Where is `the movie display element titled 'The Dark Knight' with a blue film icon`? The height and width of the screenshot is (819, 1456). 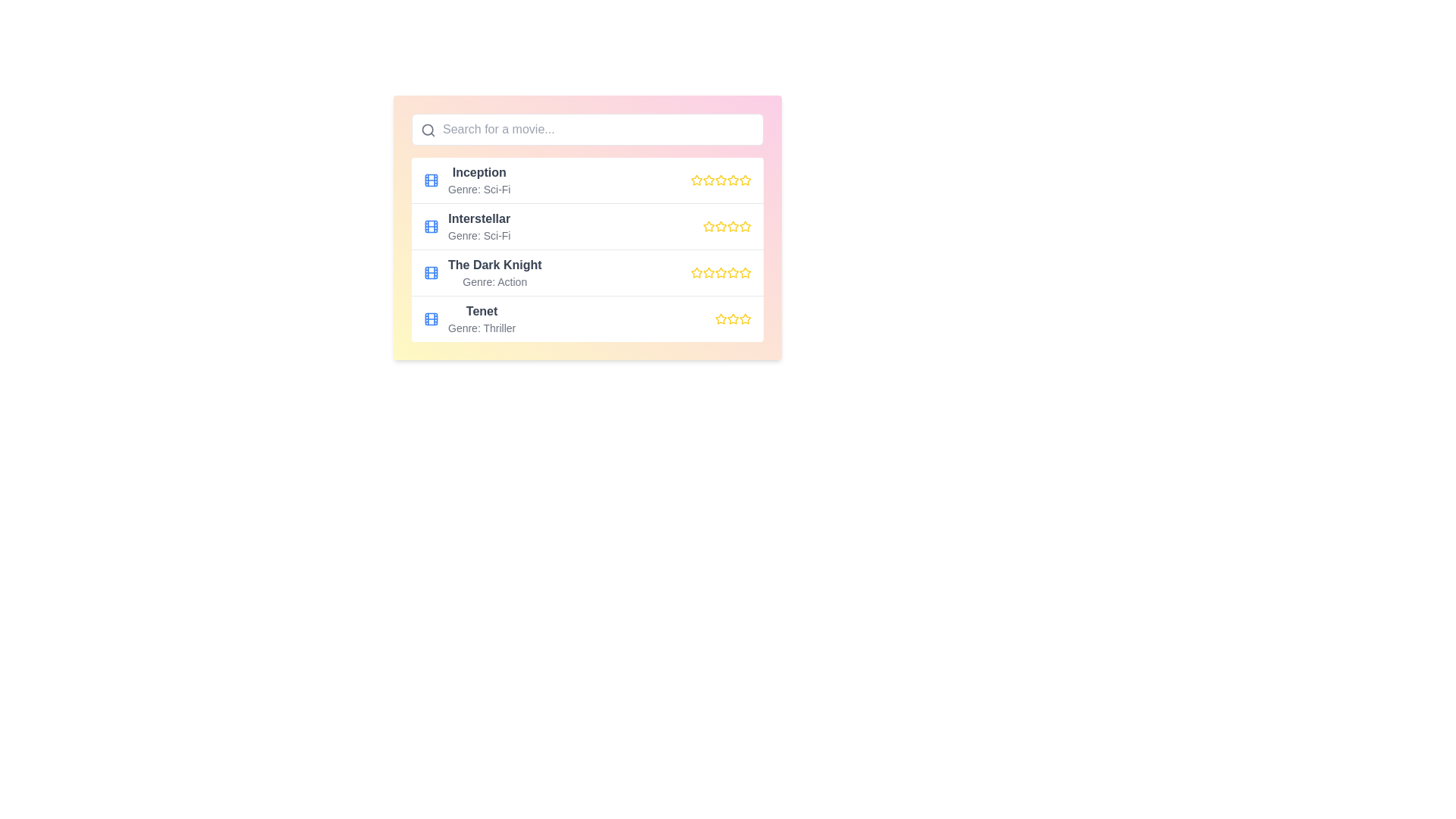 the movie display element titled 'The Dark Knight' with a blue film icon is located at coordinates (482, 271).